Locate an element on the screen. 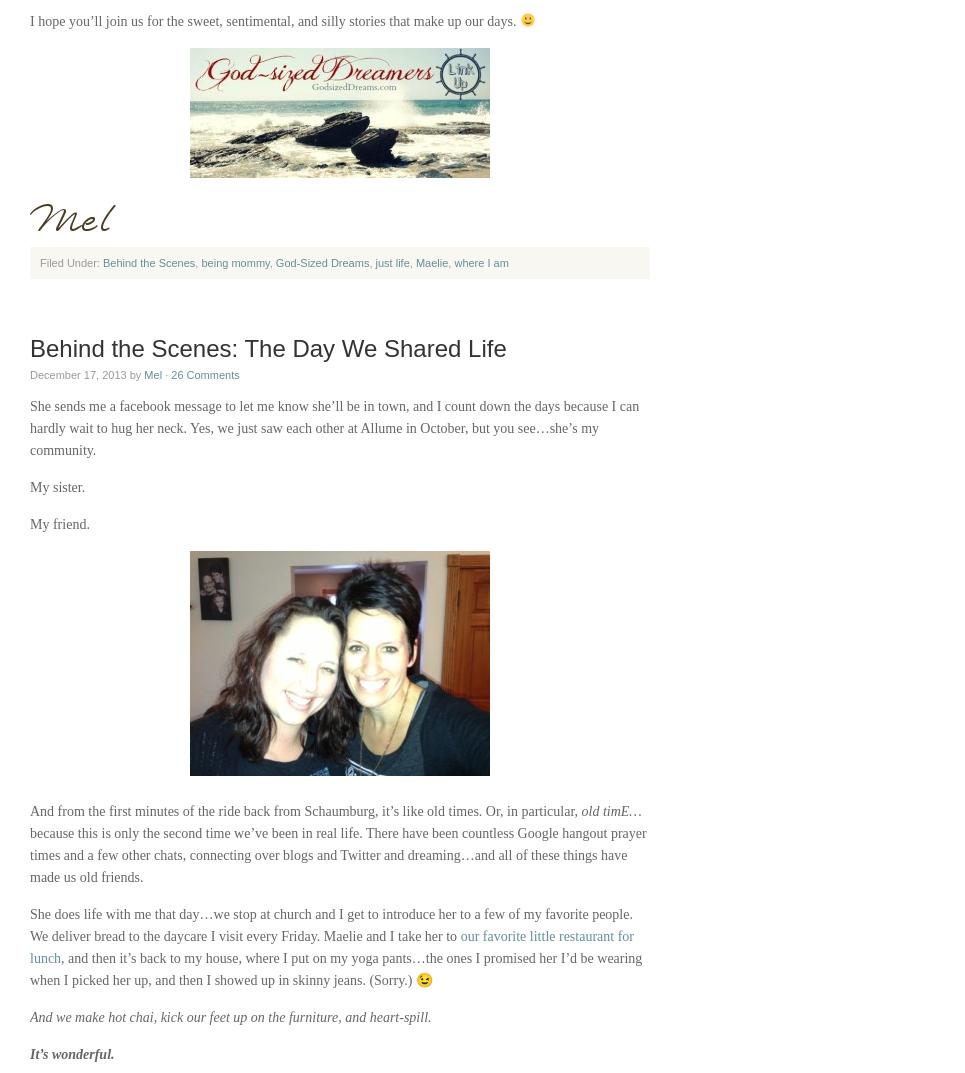 The height and width of the screenshot is (1073, 965). 'I hope you’ll join us for the sweet, sentimental, and silly stories that make up our days.' is located at coordinates (29, 20).